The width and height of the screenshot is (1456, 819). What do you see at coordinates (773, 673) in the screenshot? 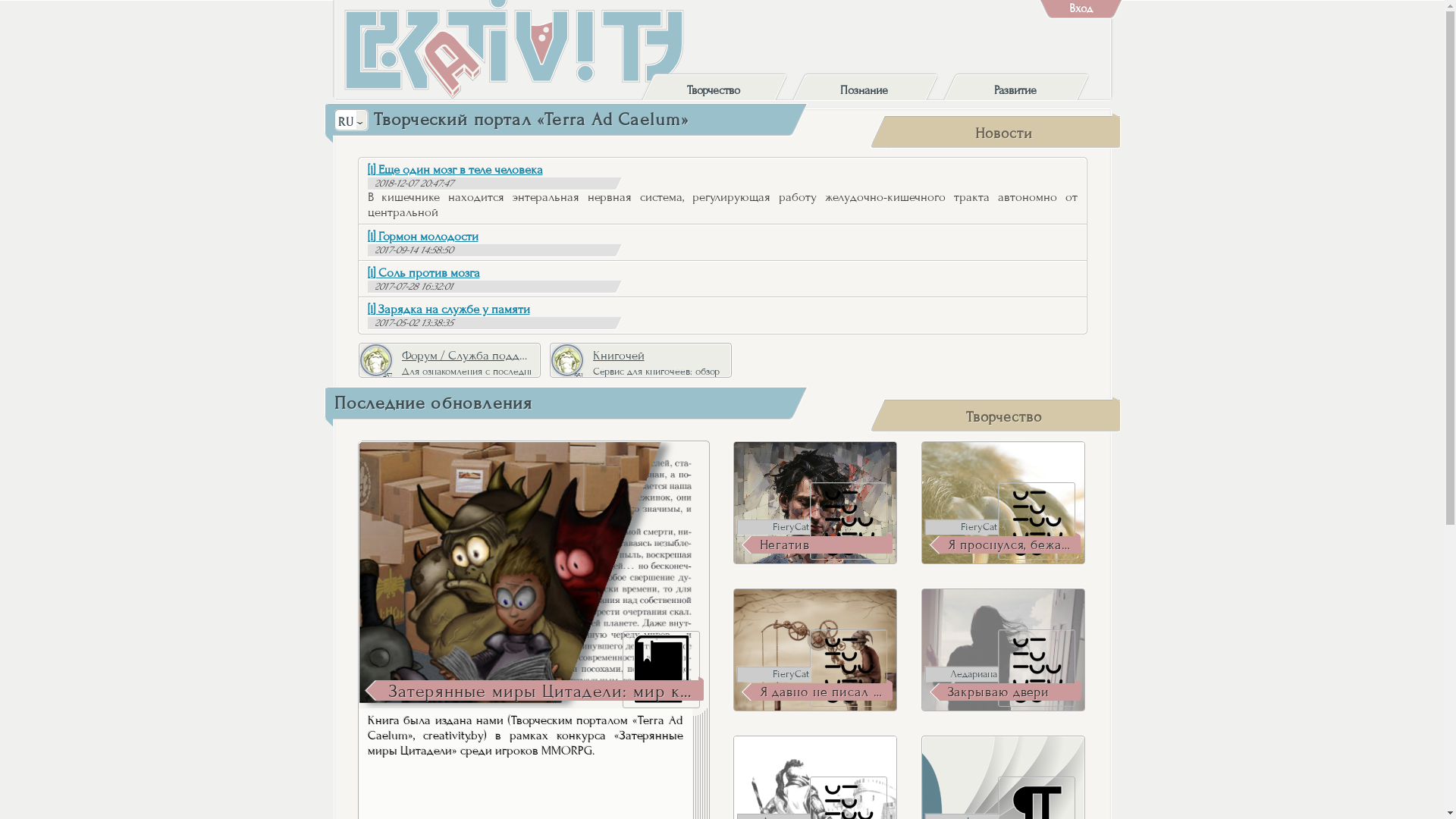
I see `'FieryCat'` at bounding box center [773, 673].